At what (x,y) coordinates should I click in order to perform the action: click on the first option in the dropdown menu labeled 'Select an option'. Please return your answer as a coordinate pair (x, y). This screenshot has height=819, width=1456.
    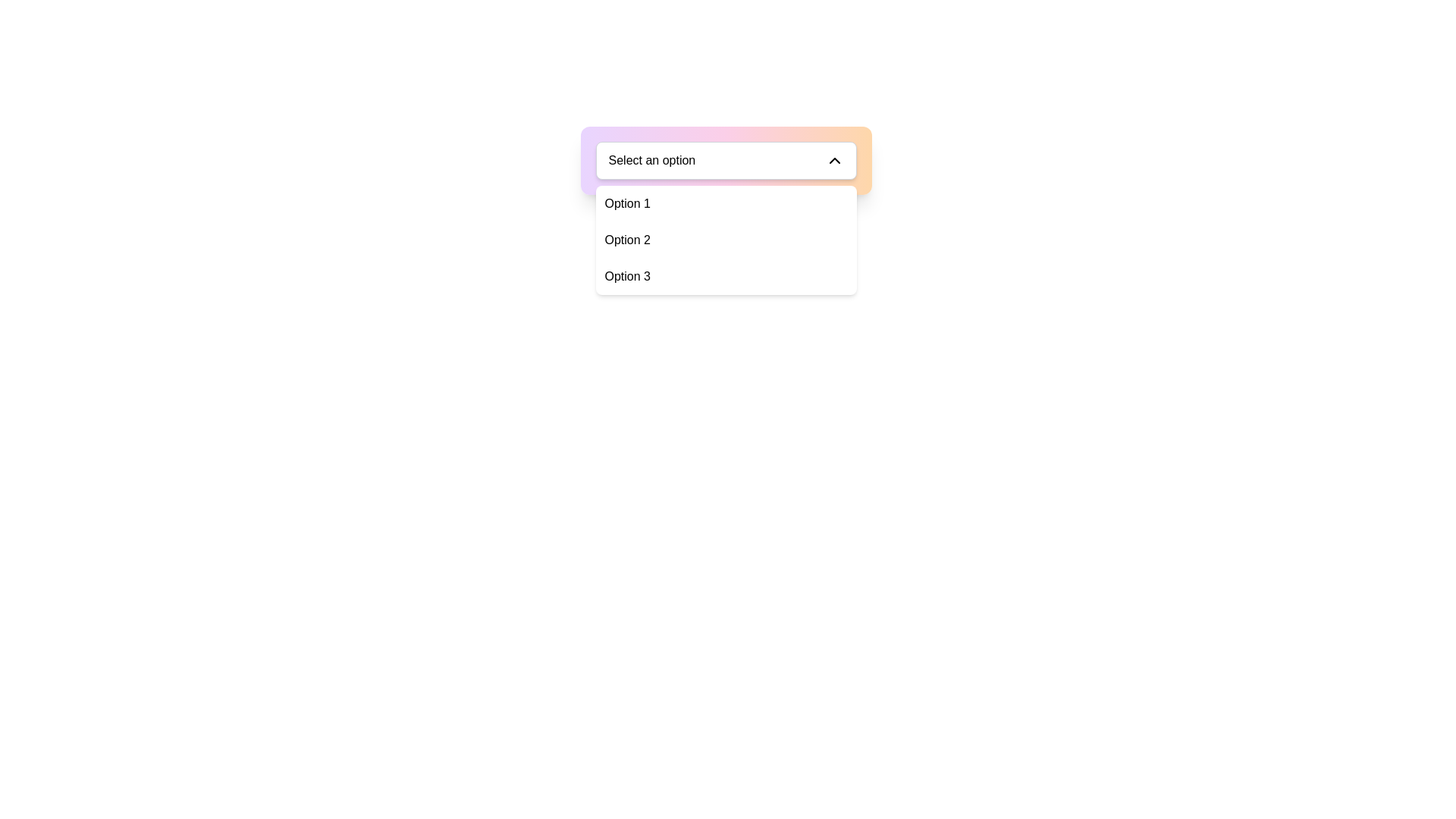
    Looking at the image, I should click on (725, 203).